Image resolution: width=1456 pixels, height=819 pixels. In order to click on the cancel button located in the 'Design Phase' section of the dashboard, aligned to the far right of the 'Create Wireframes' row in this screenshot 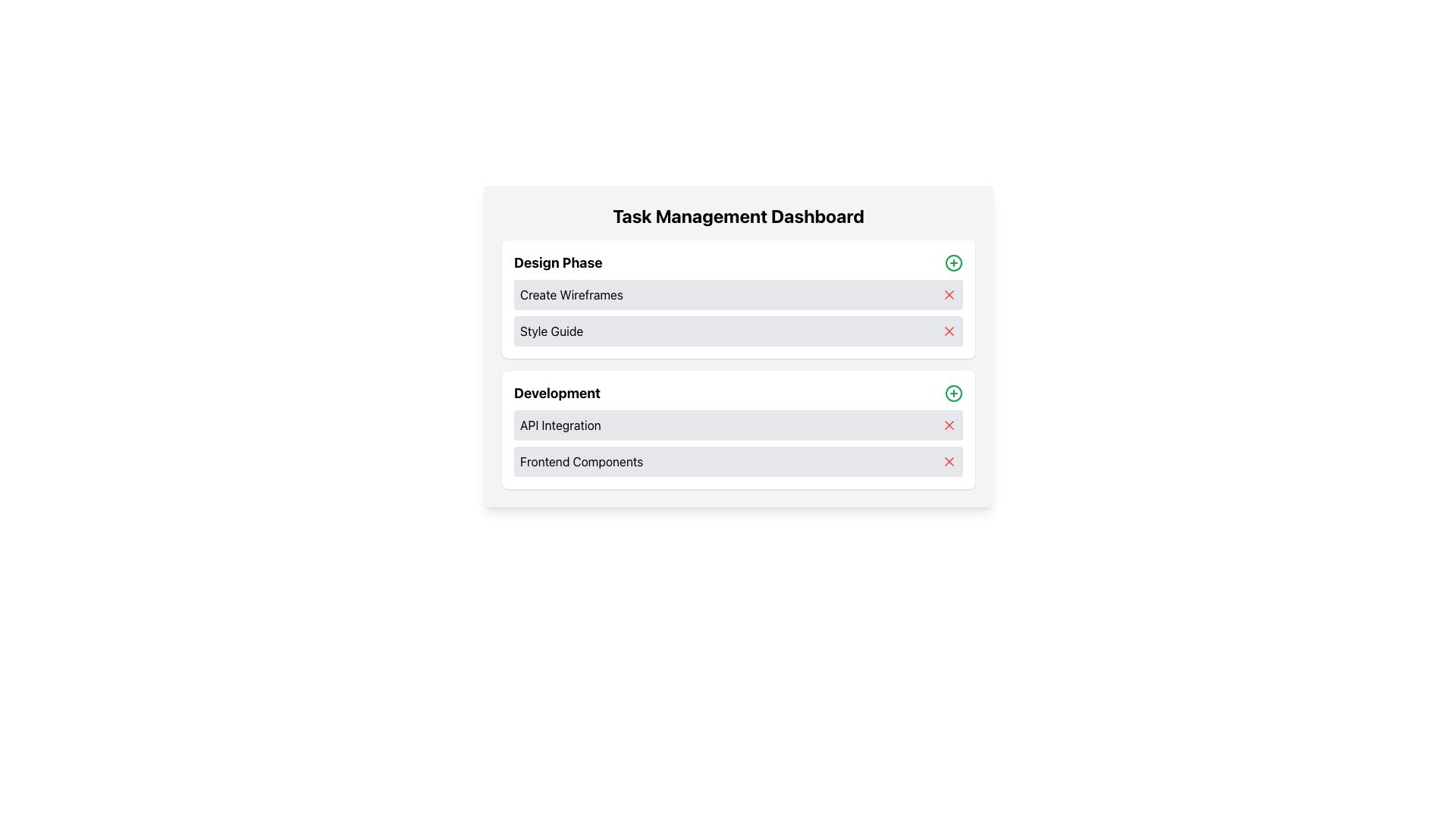, I will do `click(949, 295)`.